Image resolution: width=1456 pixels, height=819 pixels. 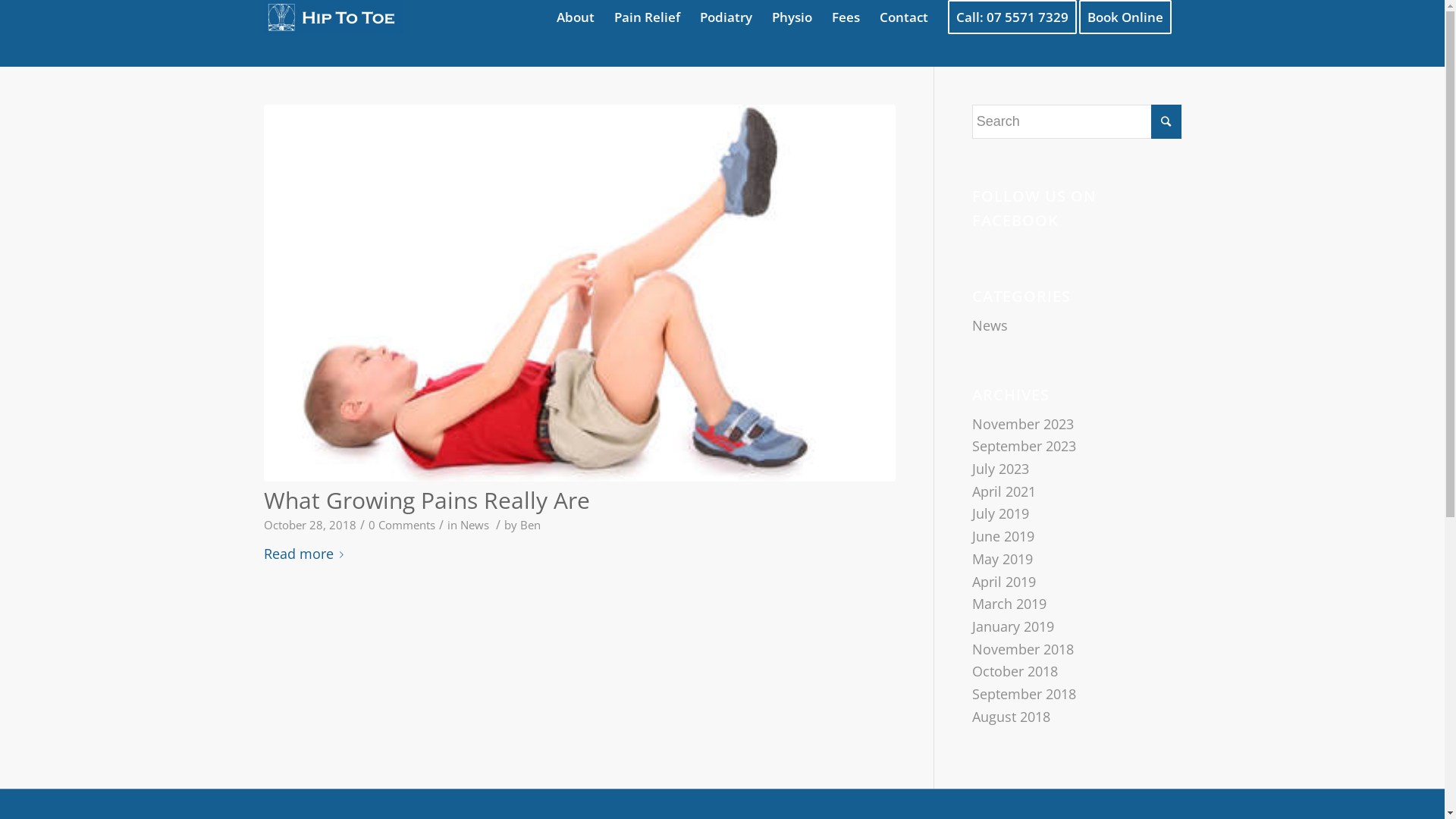 What do you see at coordinates (902, 17) in the screenshot?
I see `'Contact'` at bounding box center [902, 17].